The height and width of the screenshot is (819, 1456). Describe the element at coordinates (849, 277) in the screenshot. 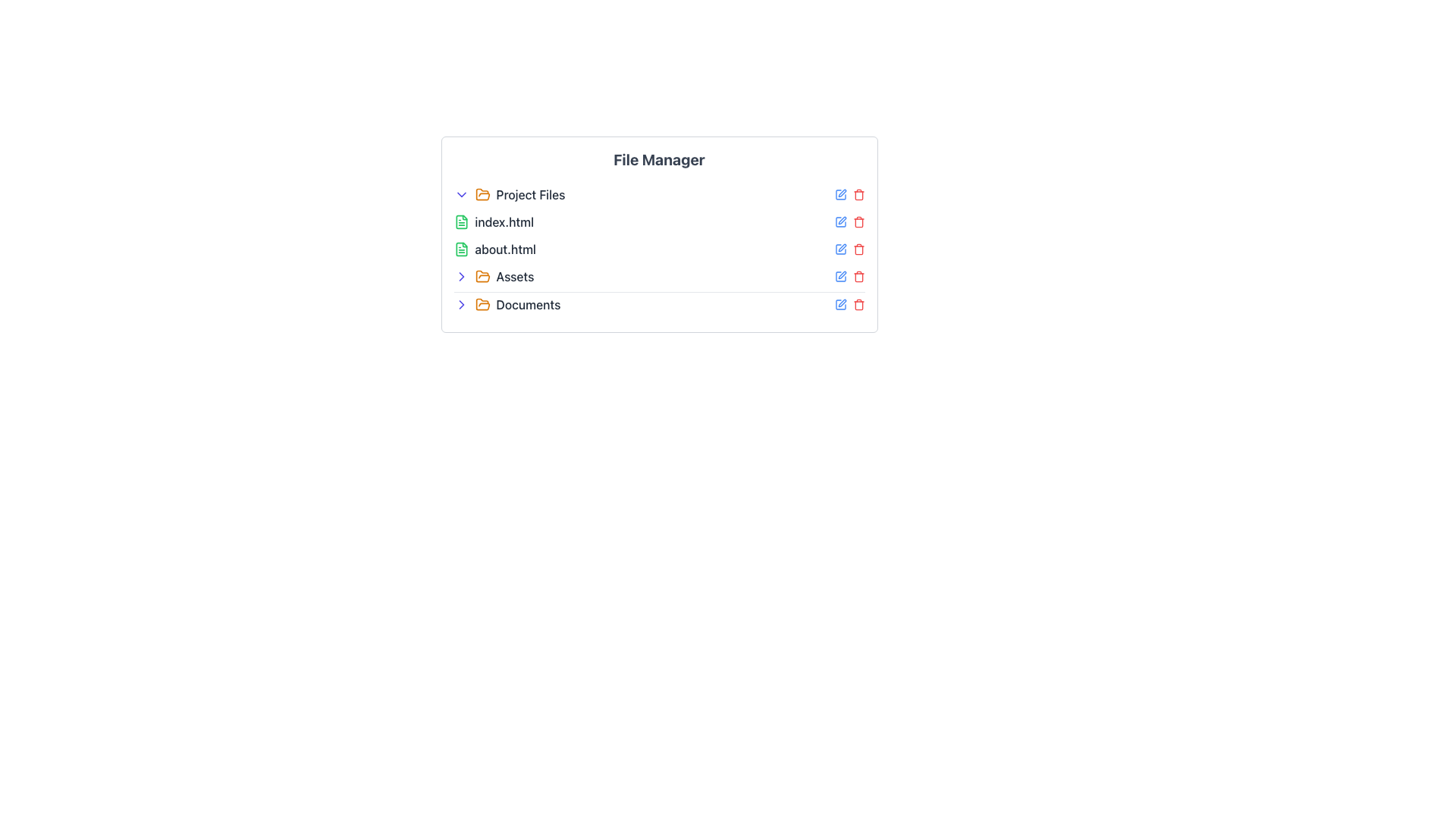

I see `the red trash icon within the 'Assets' row in the 'File Manager' section` at that location.